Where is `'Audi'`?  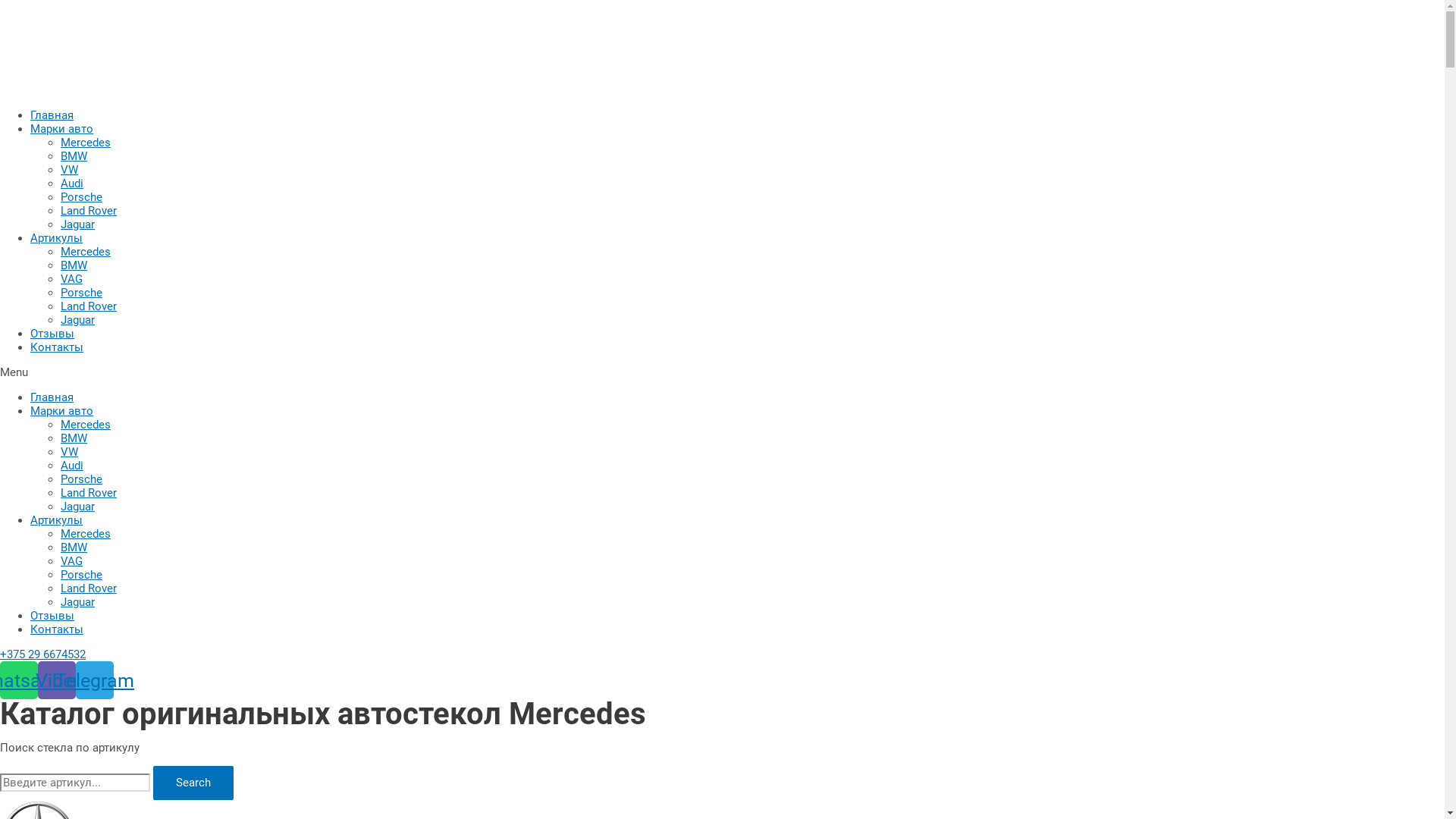 'Audi' is located at coordinates (71, 464).